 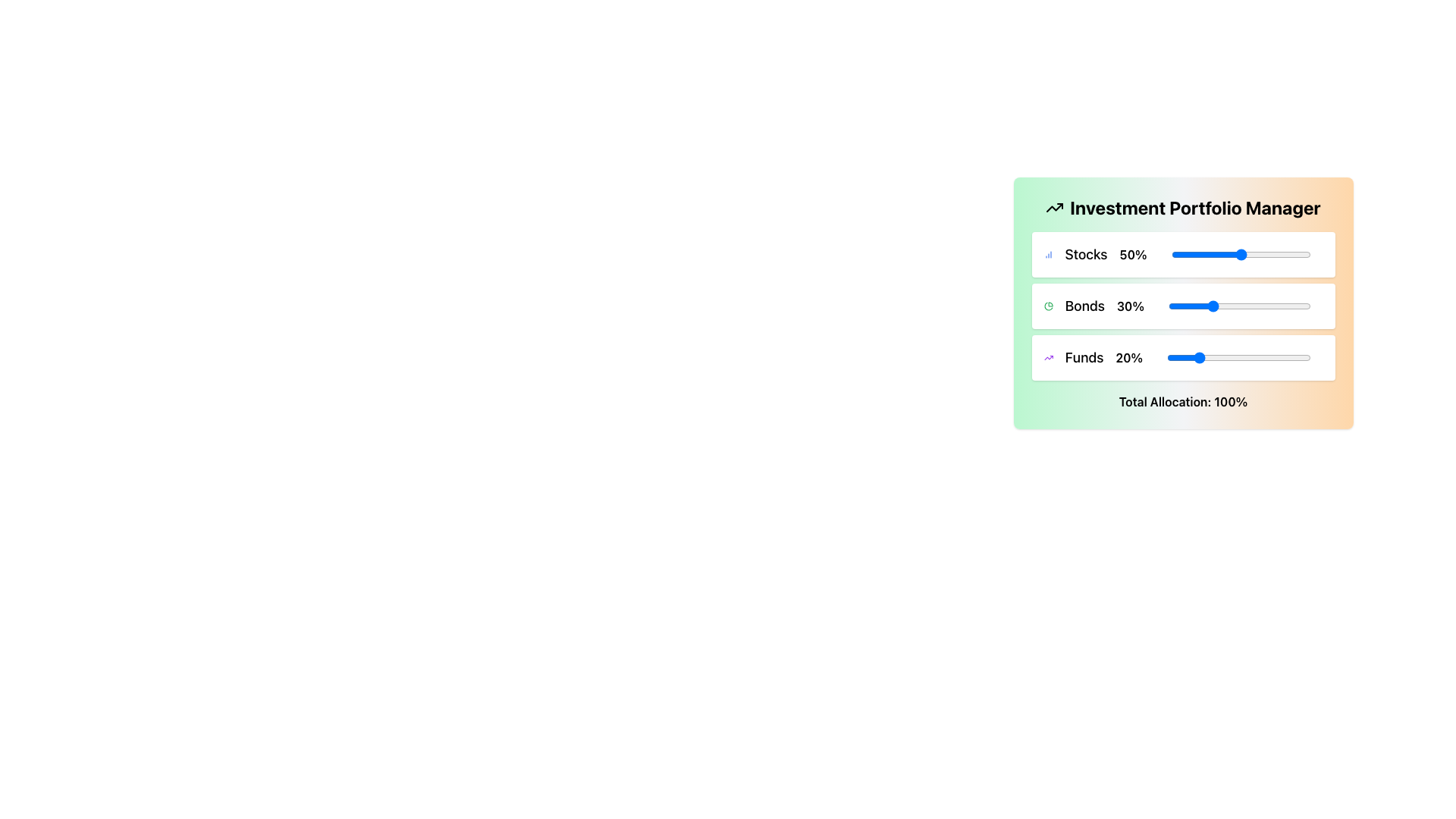 What do you see at coordinates (1047, 357) in the screenshot?
I see `the purple upward trending graph icon located in the Funds section, positioned to the left of the 'Funds' text` at bounding box center [1047, 357].